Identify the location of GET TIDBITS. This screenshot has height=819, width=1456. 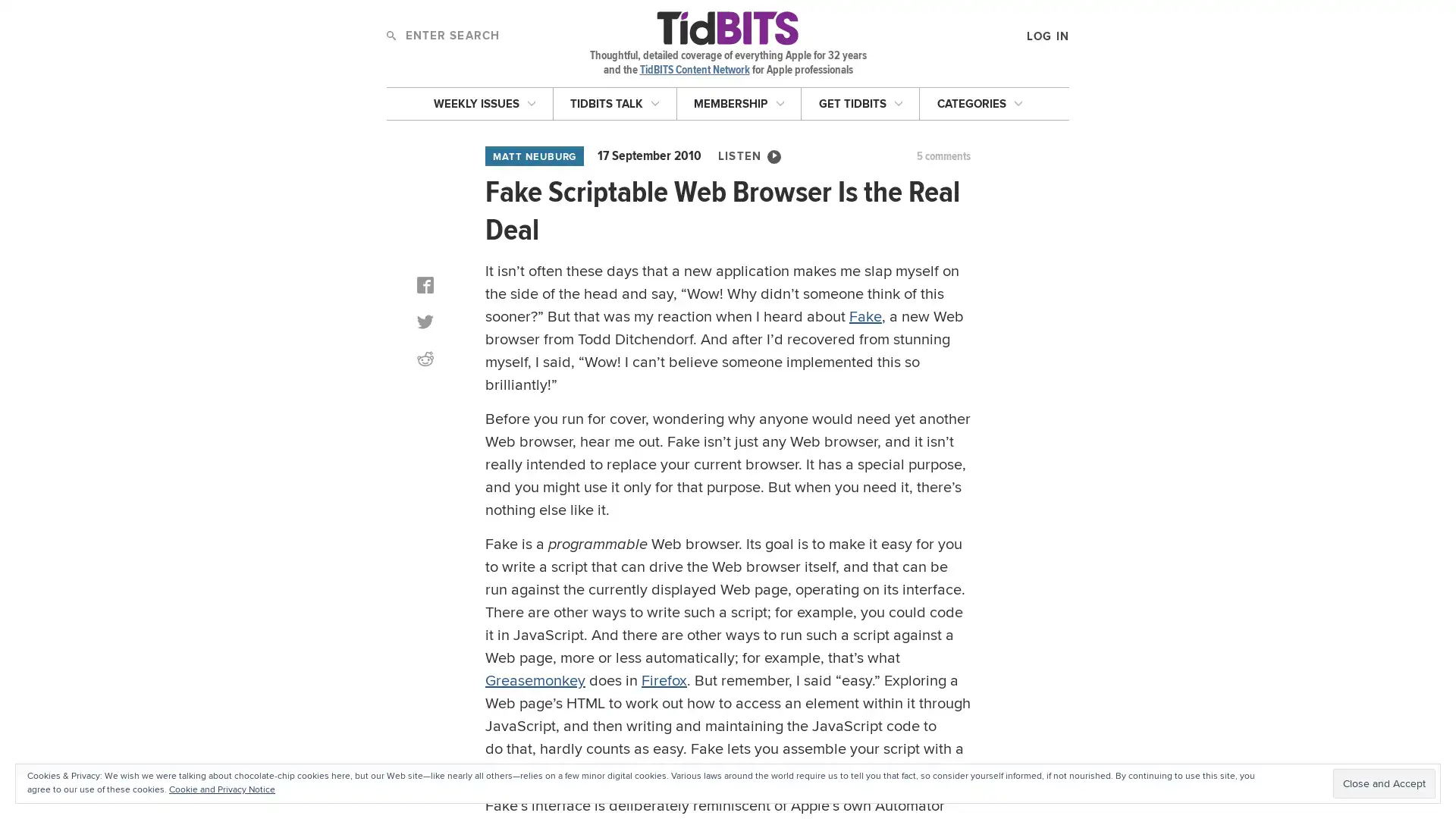
(860, 102).